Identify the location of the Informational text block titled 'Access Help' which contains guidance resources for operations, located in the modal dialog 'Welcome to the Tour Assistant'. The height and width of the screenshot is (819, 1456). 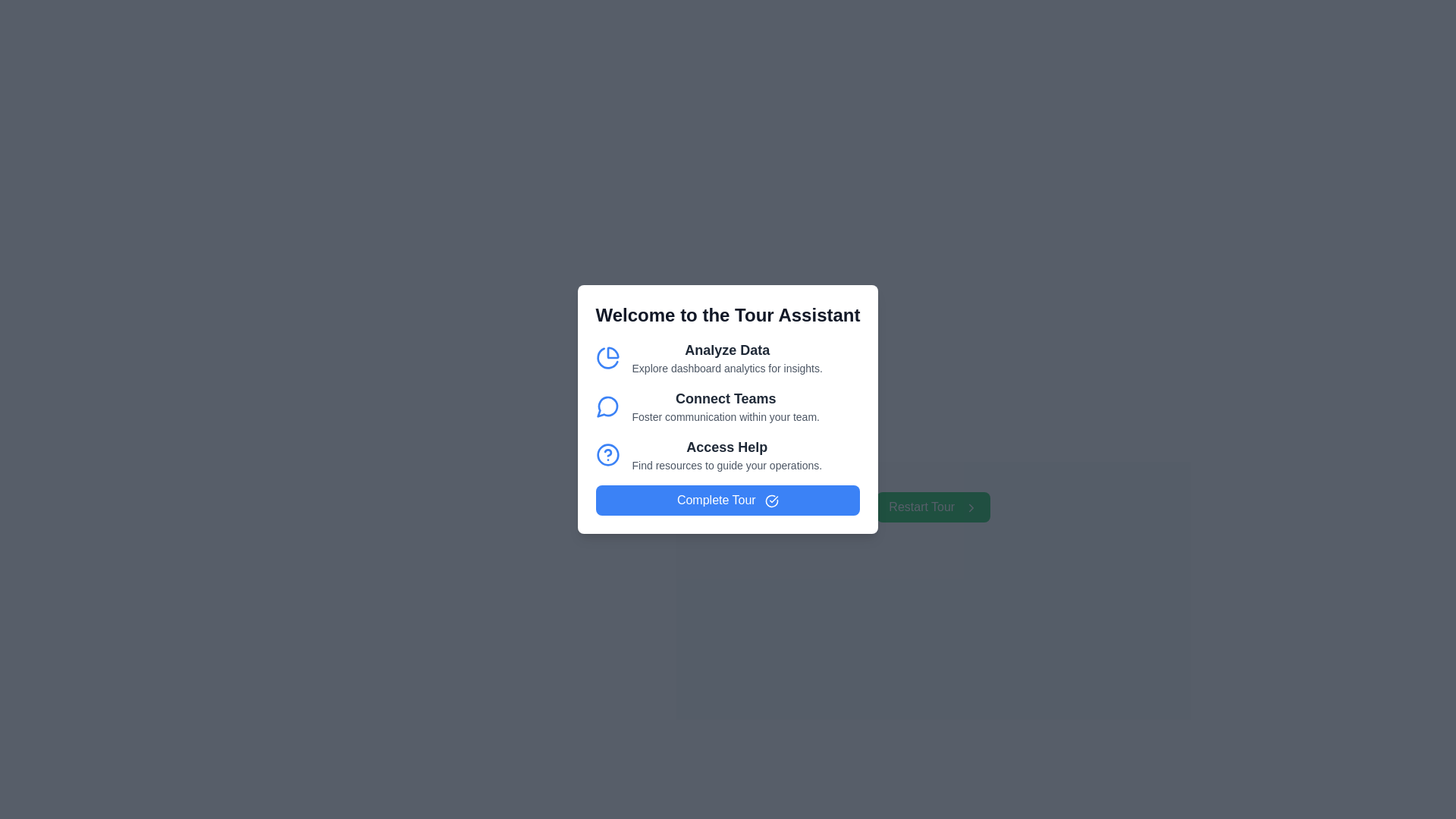
(726, 454).